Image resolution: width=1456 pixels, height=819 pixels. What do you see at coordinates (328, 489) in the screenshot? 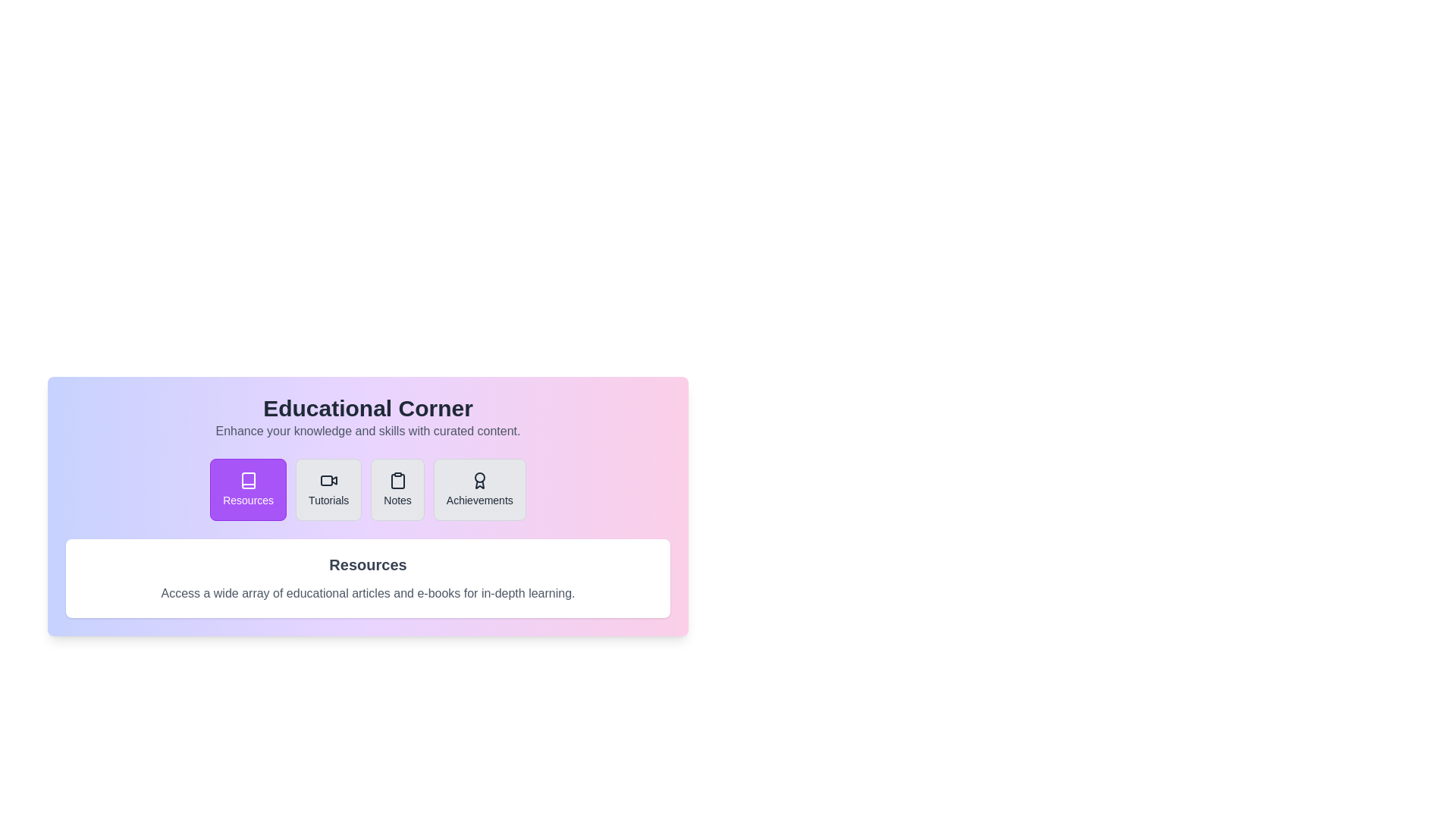
I see `the Tutorials tab to view its educational content` at bounding box center [328, 489].